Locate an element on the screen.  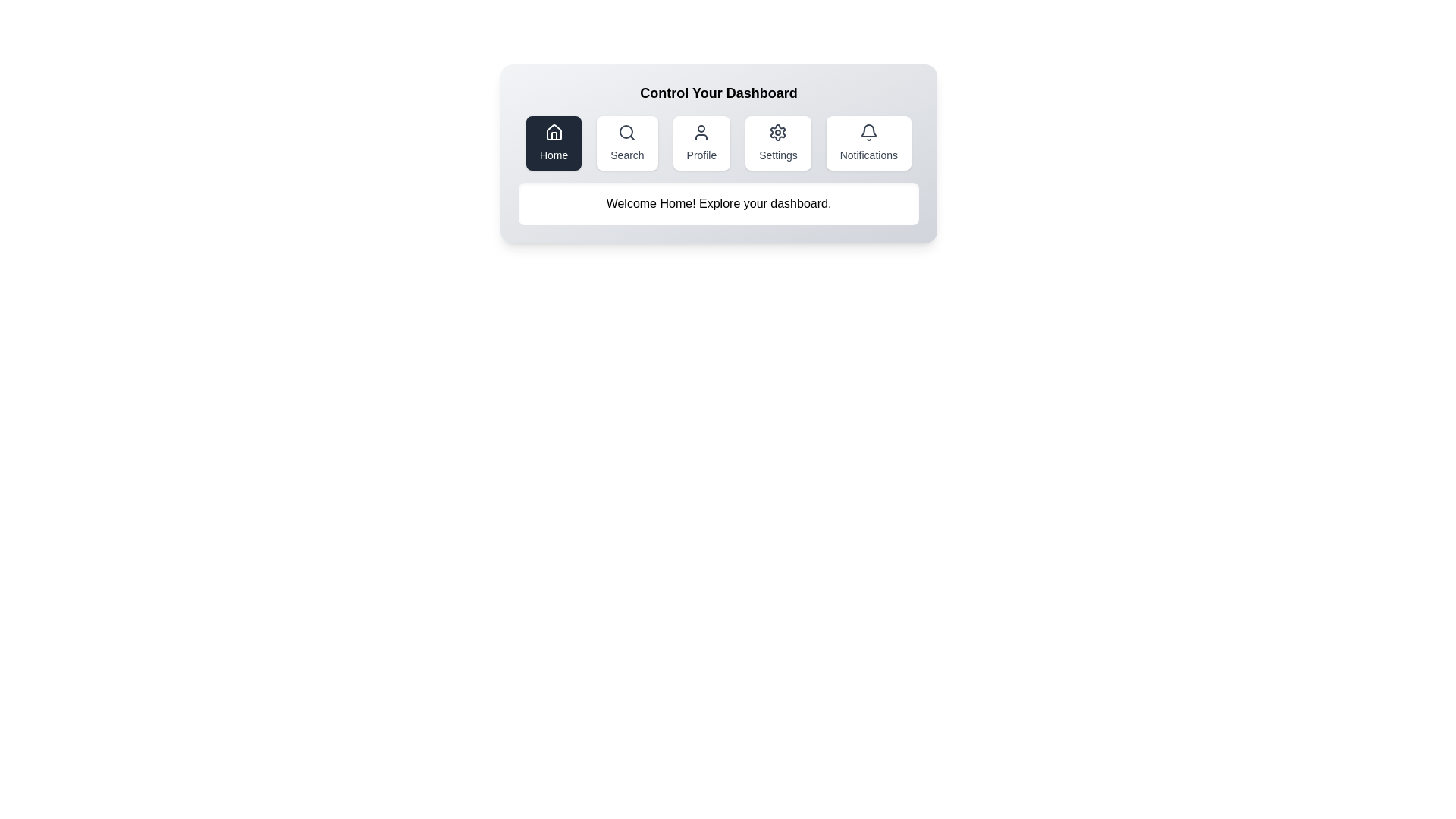
the 'Home' button, which is a rectangular button with a house icon and white text on a dark background, located at the top-left corner of the navigation menu bar is located at coordinates (553, 143).